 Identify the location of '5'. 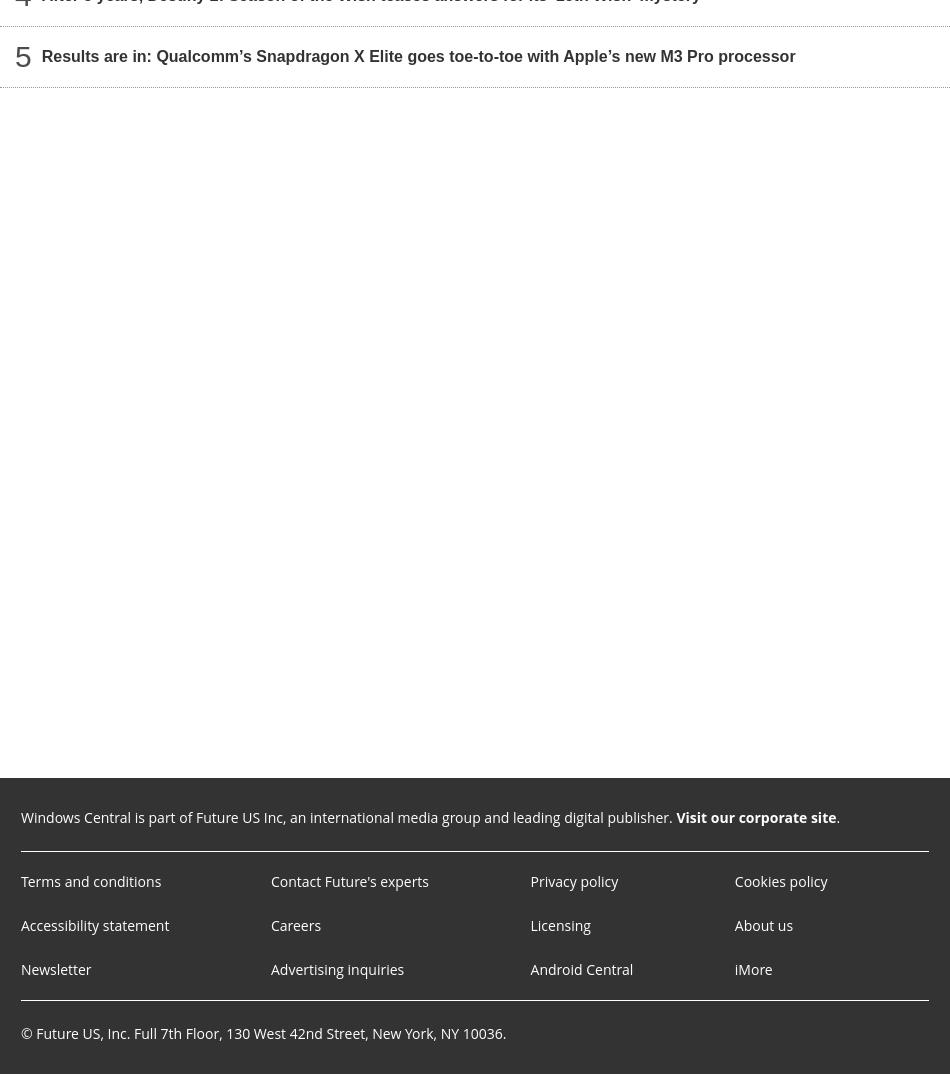
(22, 56).